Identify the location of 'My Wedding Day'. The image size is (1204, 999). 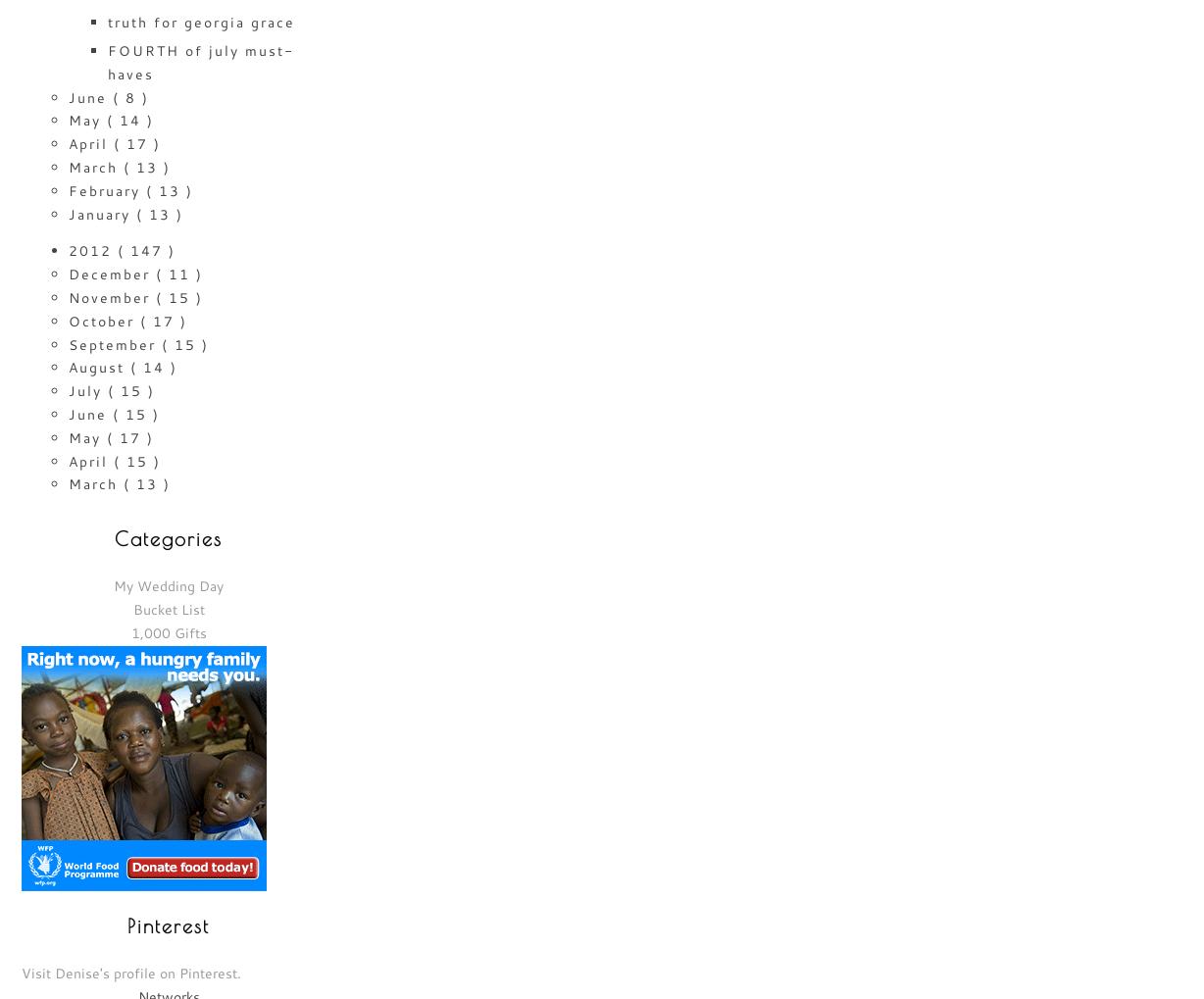
(168, 584).